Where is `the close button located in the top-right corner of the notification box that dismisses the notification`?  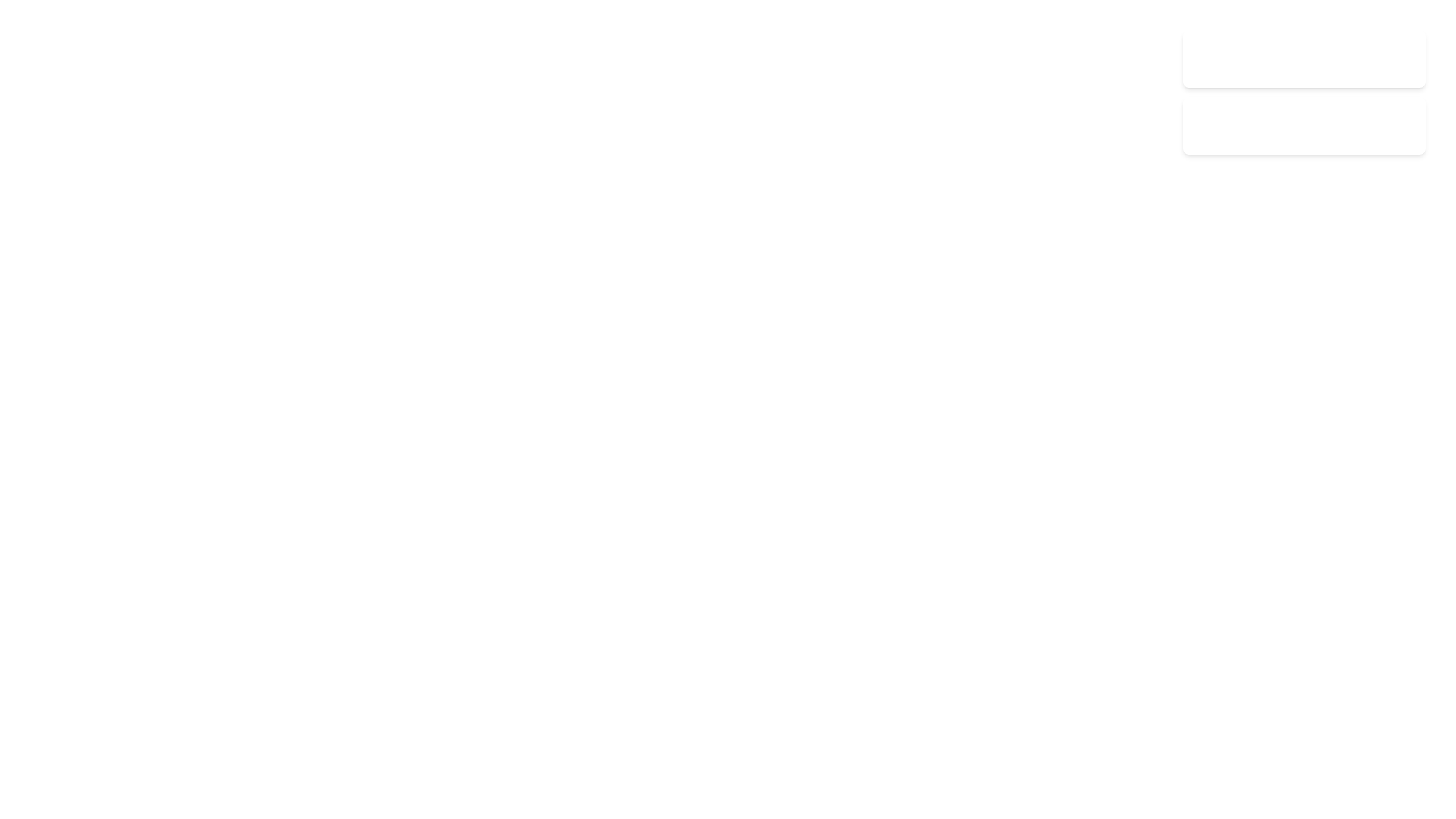 the close button located in the top-right corner of the notification box that dismisses the notification is located at coordinates (1404, 124).